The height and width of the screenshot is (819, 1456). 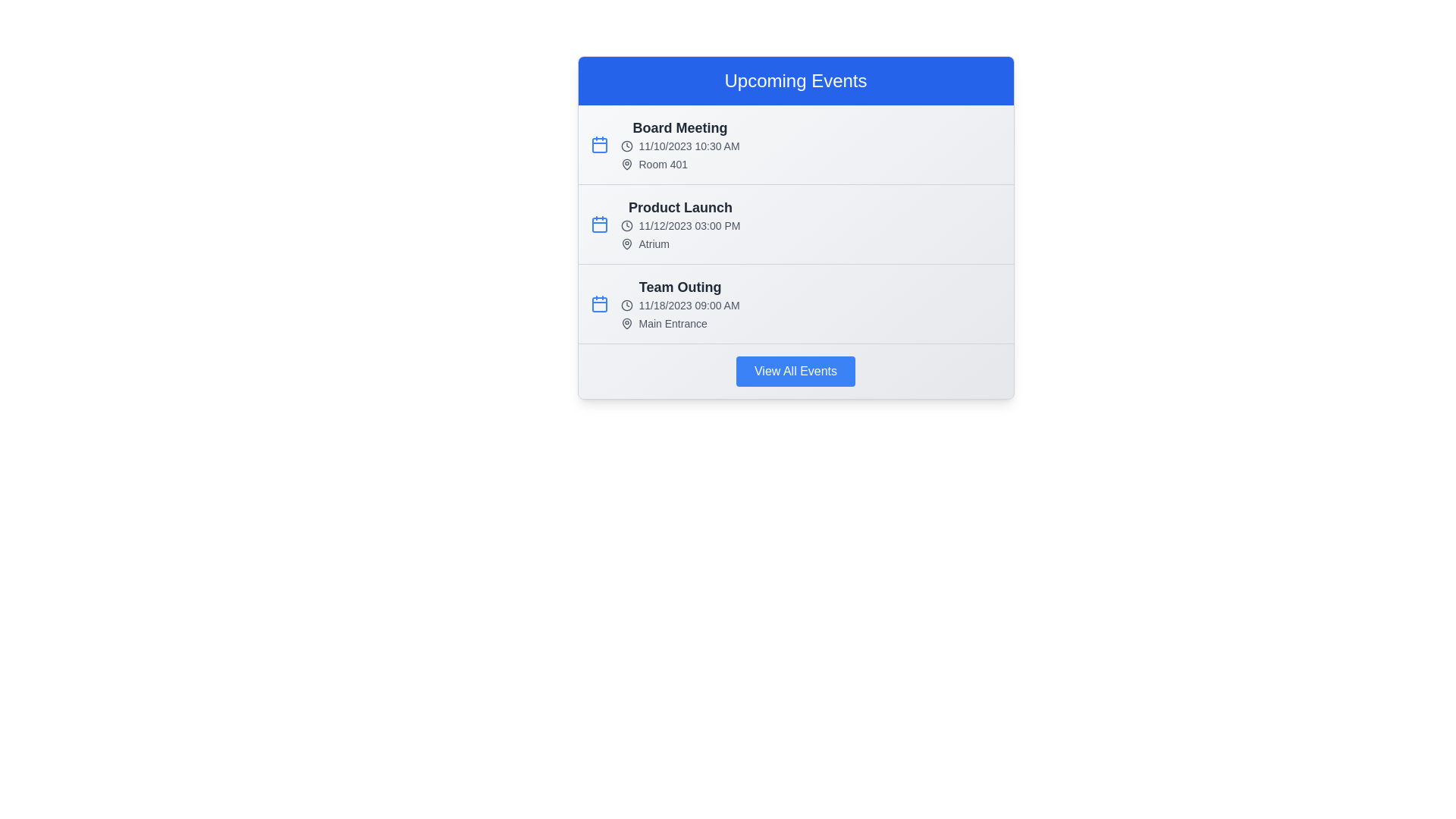 What do you see at coordinates (598, 146) in the screenshot?
I see `the decorative graphic element that is part of the calendar icon, located towards the top left of the event listing interface, which is styled with a white fill and blue outline` at bounding box center [598, 146].